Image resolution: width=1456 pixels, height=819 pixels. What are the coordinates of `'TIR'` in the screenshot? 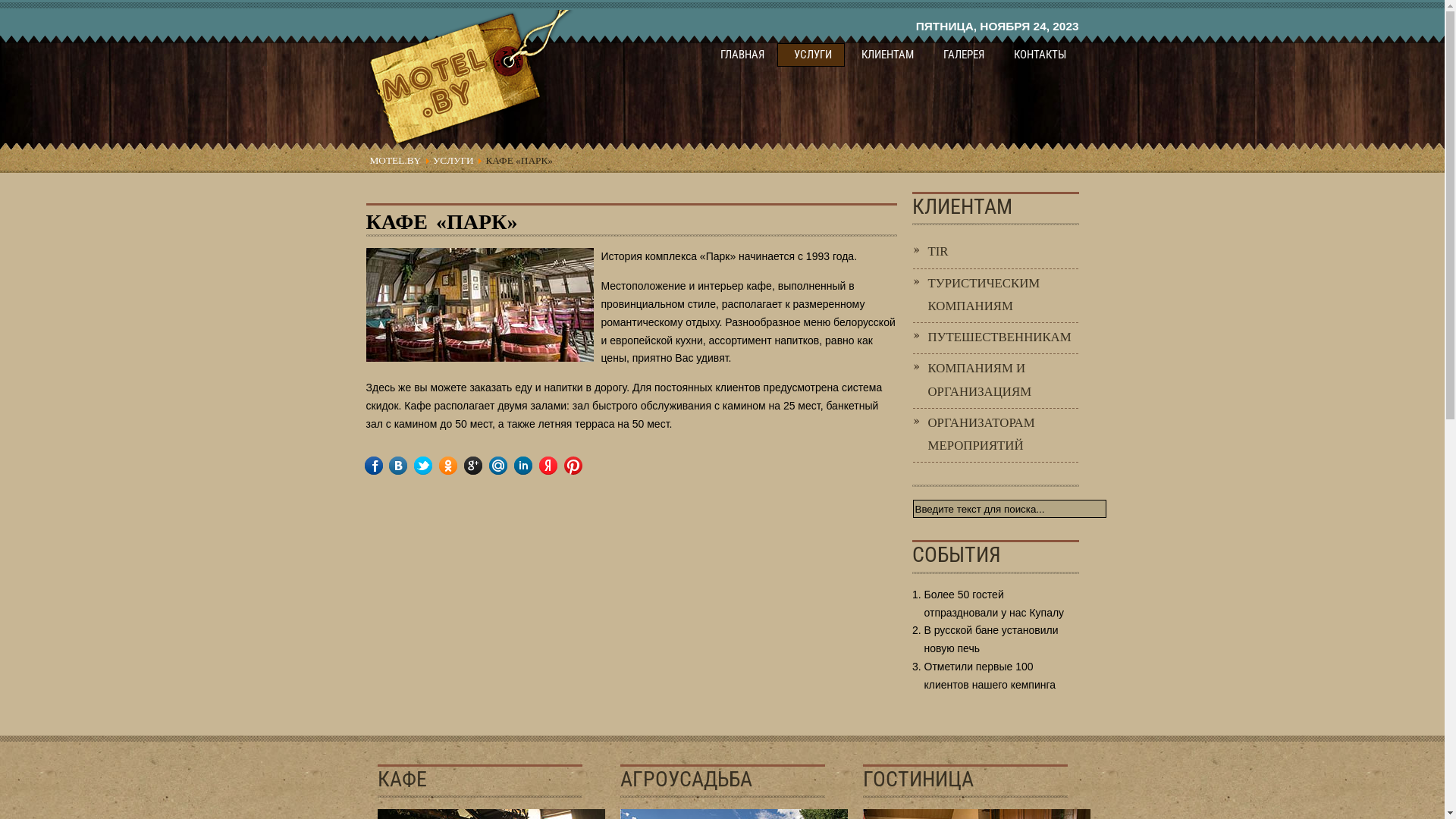 It's located at (996, 251).